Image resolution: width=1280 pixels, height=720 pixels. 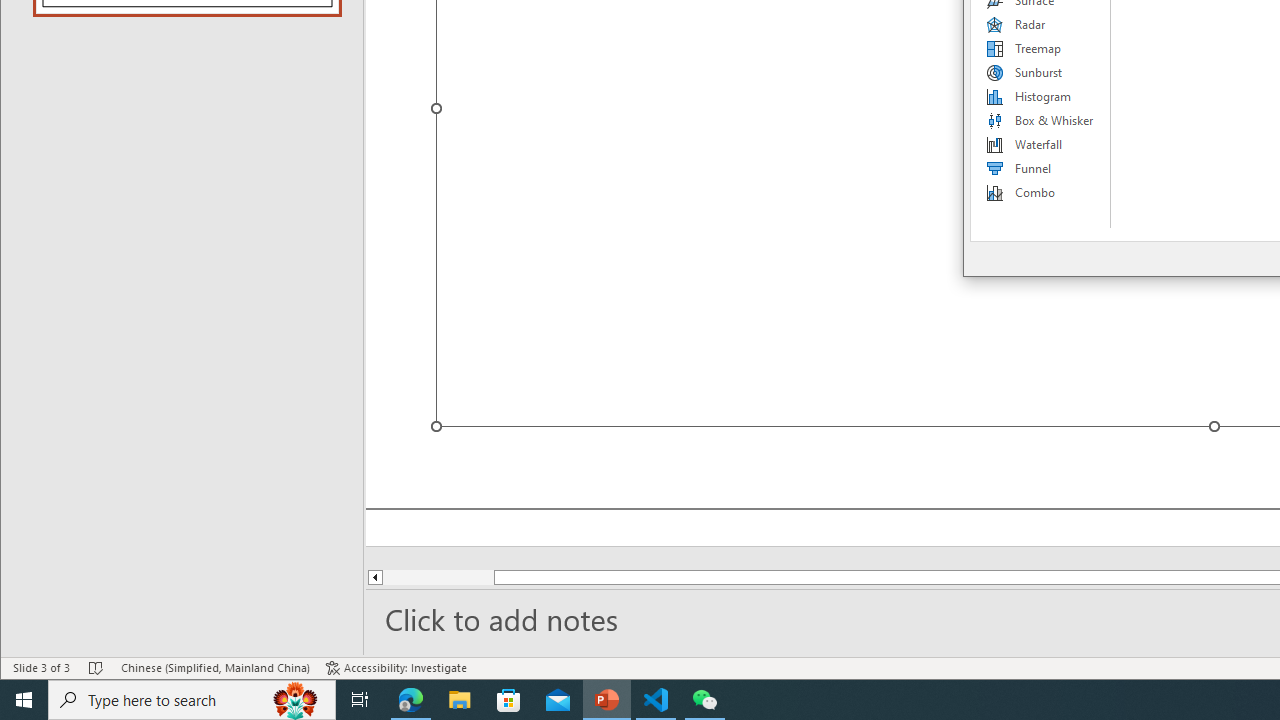 What do you see at coordinates (1040, 120) in the screenshot?
I see `'Box & Whisker'` at bounding box center [1040, 120].